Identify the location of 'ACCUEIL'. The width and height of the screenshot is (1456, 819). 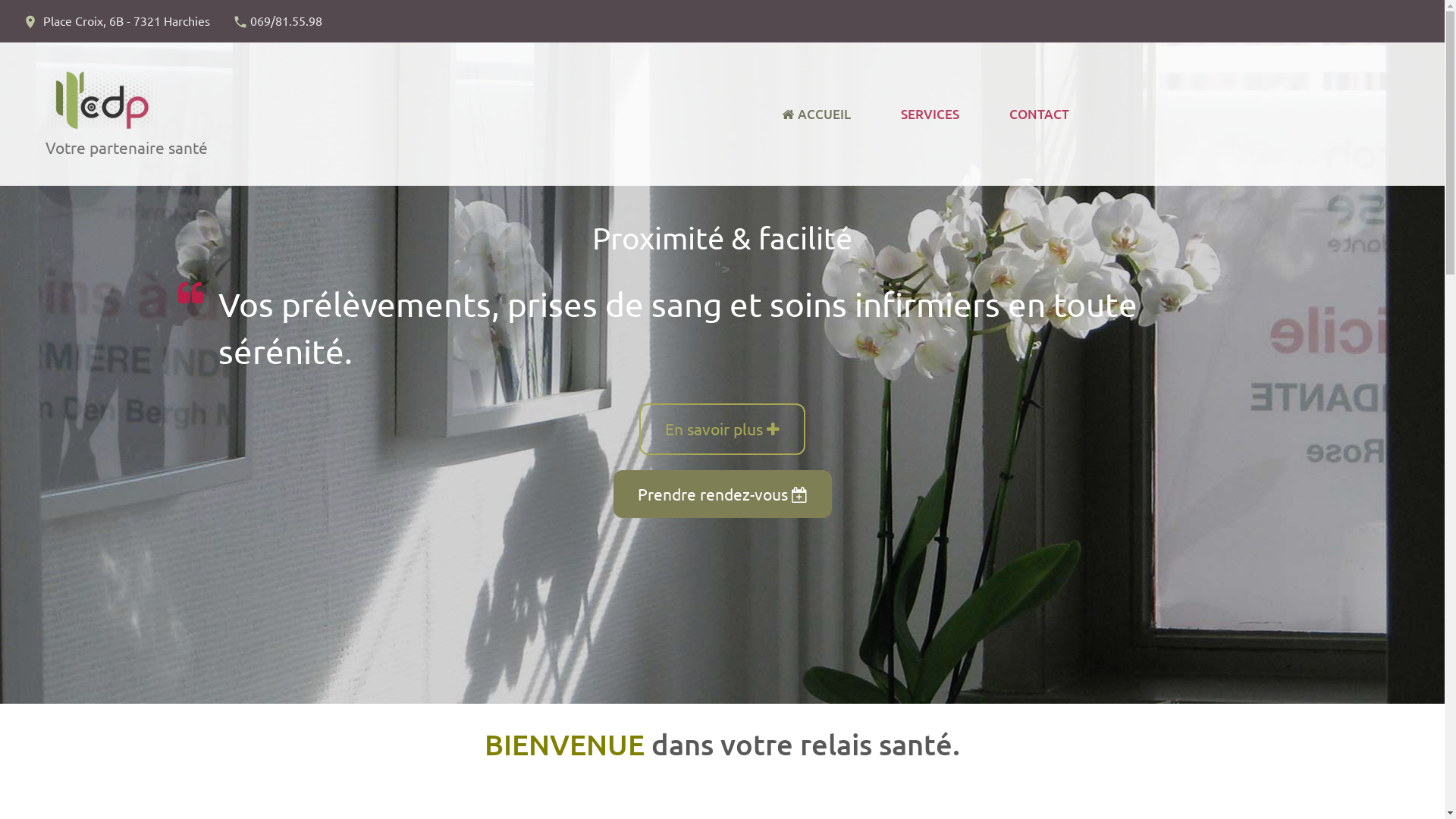
(815, 113).